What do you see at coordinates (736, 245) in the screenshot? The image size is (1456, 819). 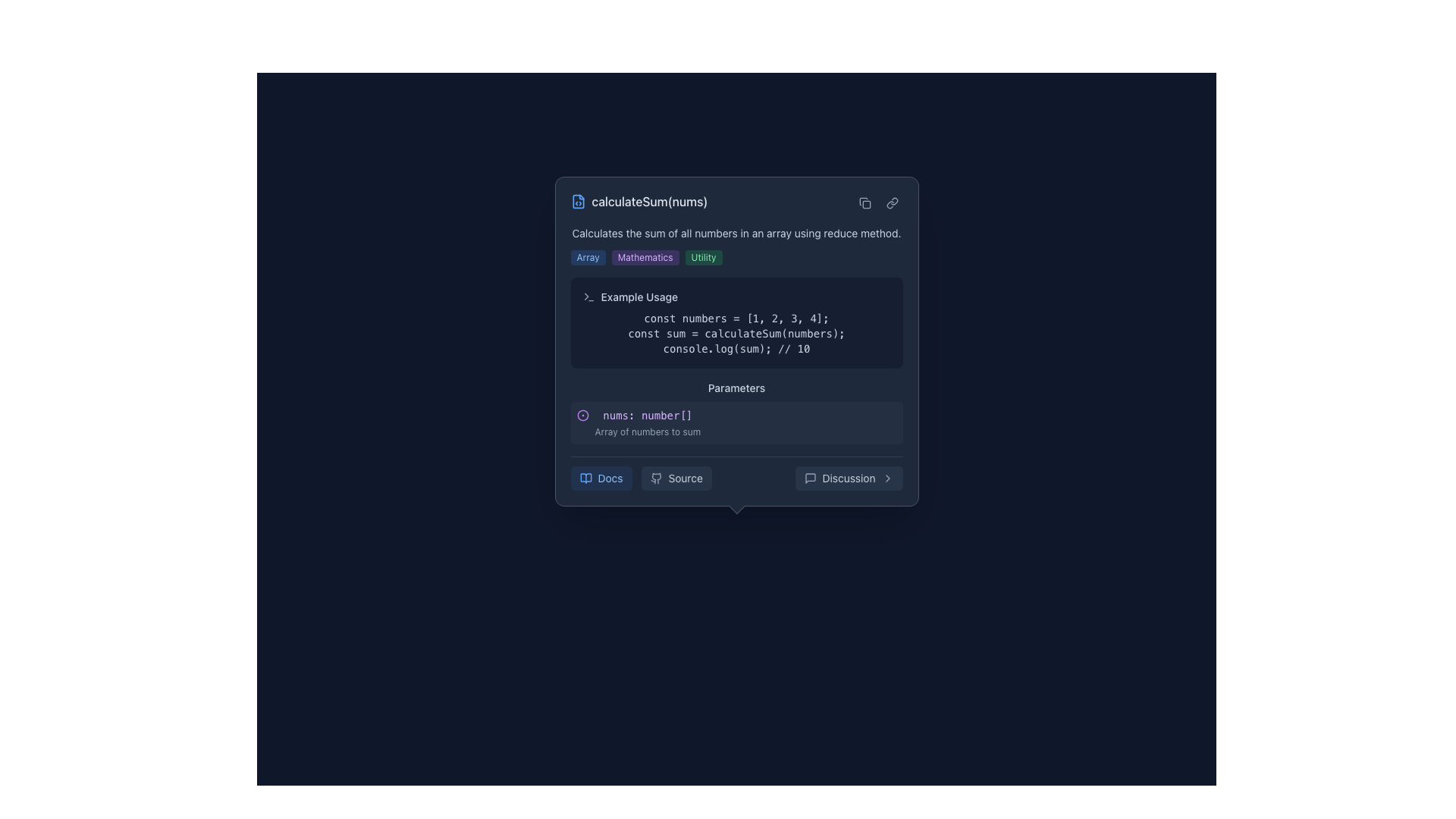 I see `the text block that states 'Calculates the sum of all numbers in an array` at bounding box center [736, 245].